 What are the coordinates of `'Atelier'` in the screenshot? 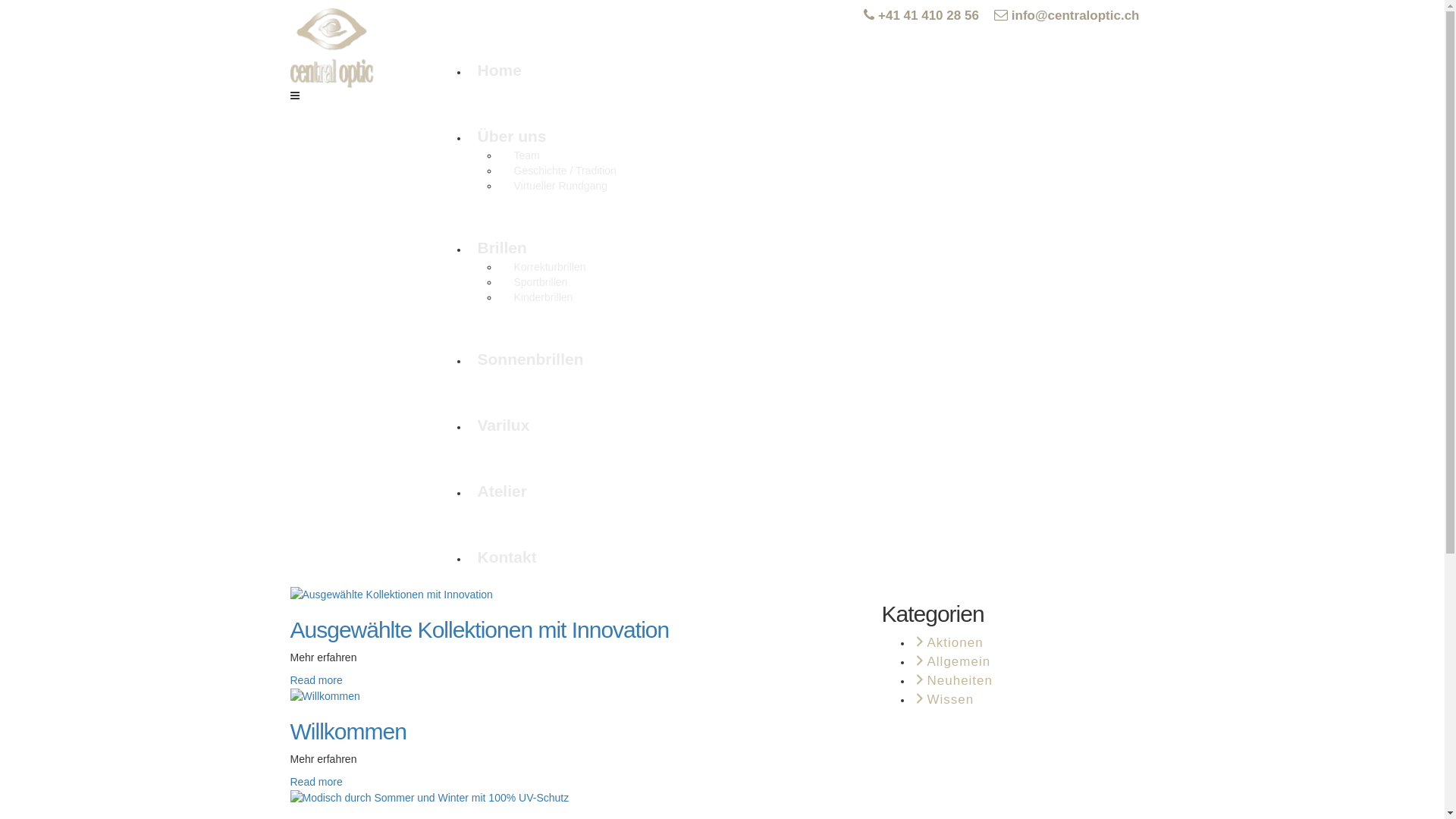 It's located at (468, 491).